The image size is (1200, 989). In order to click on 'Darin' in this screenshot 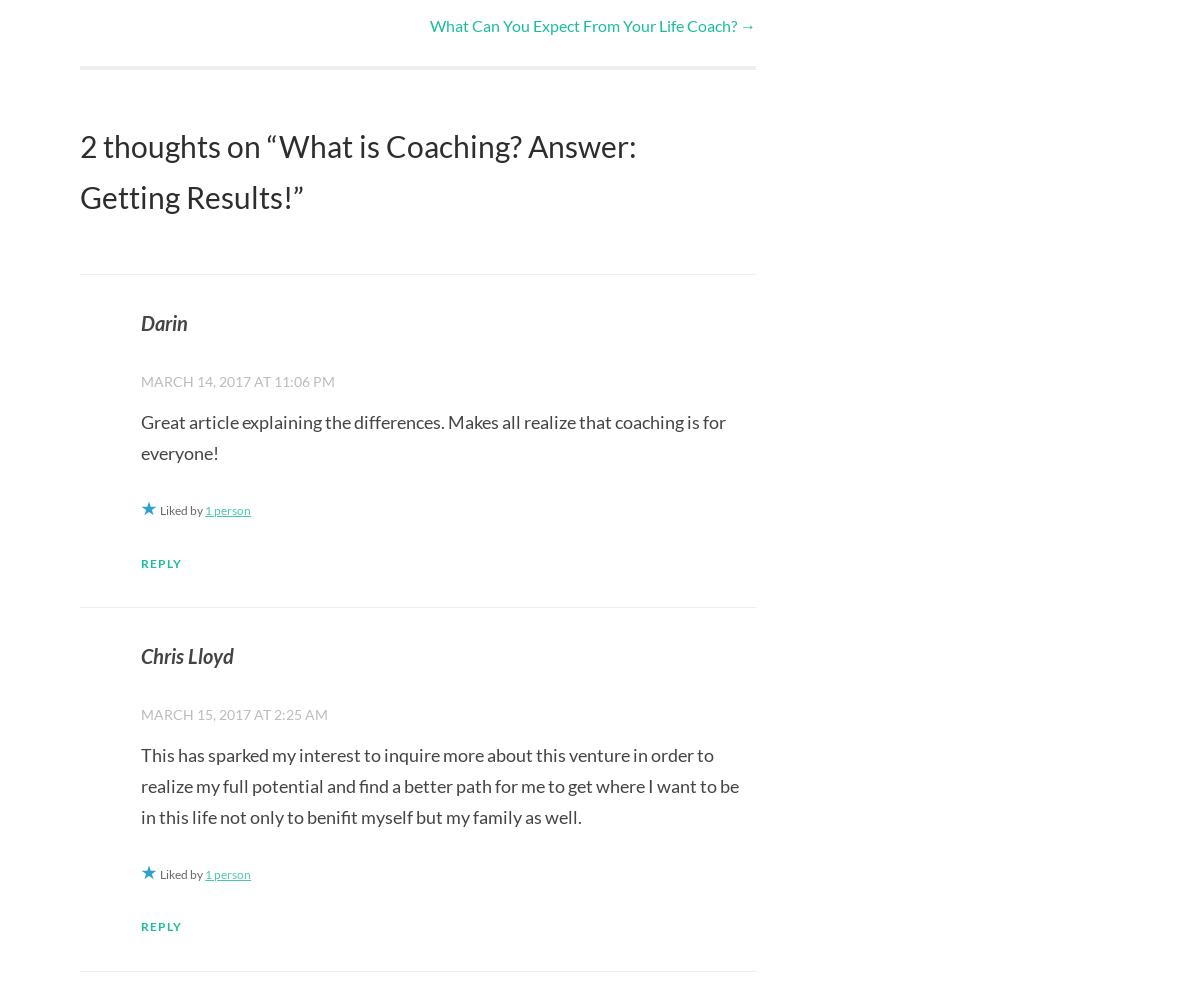, I will do `click(163, 322)`.